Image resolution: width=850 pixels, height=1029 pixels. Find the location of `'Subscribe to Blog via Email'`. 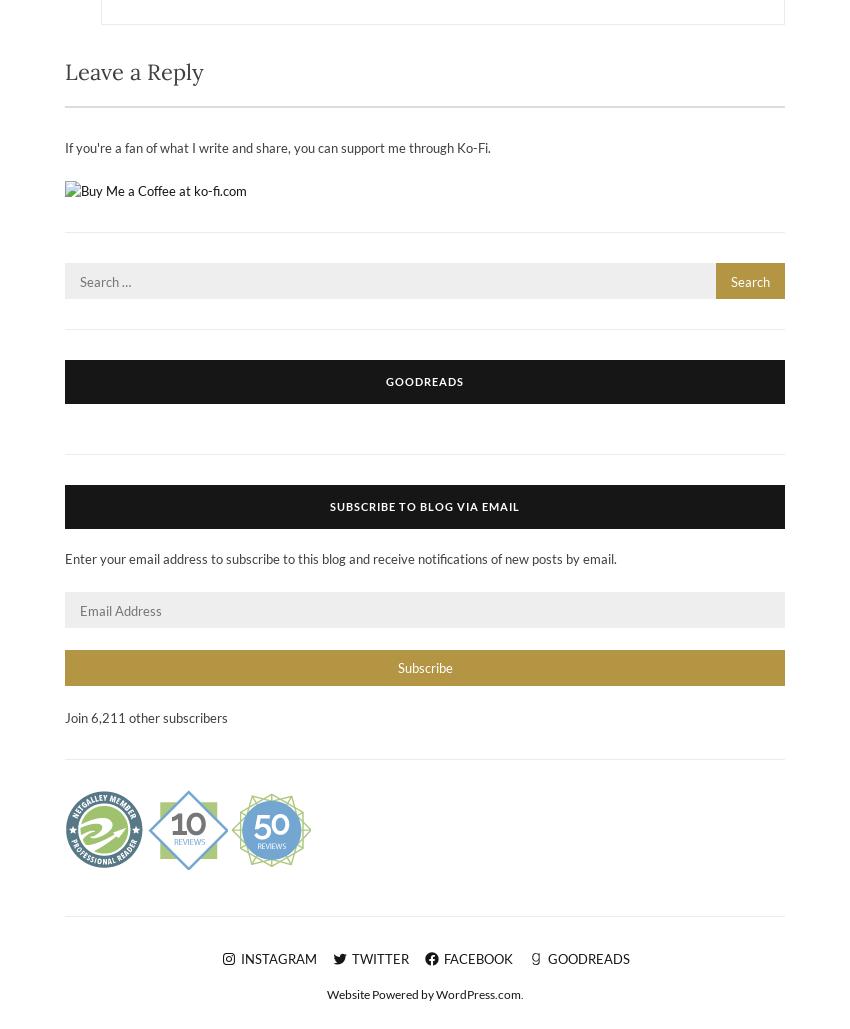

'Subscribe to Blog via Email' is located at coordinates (425, 505).